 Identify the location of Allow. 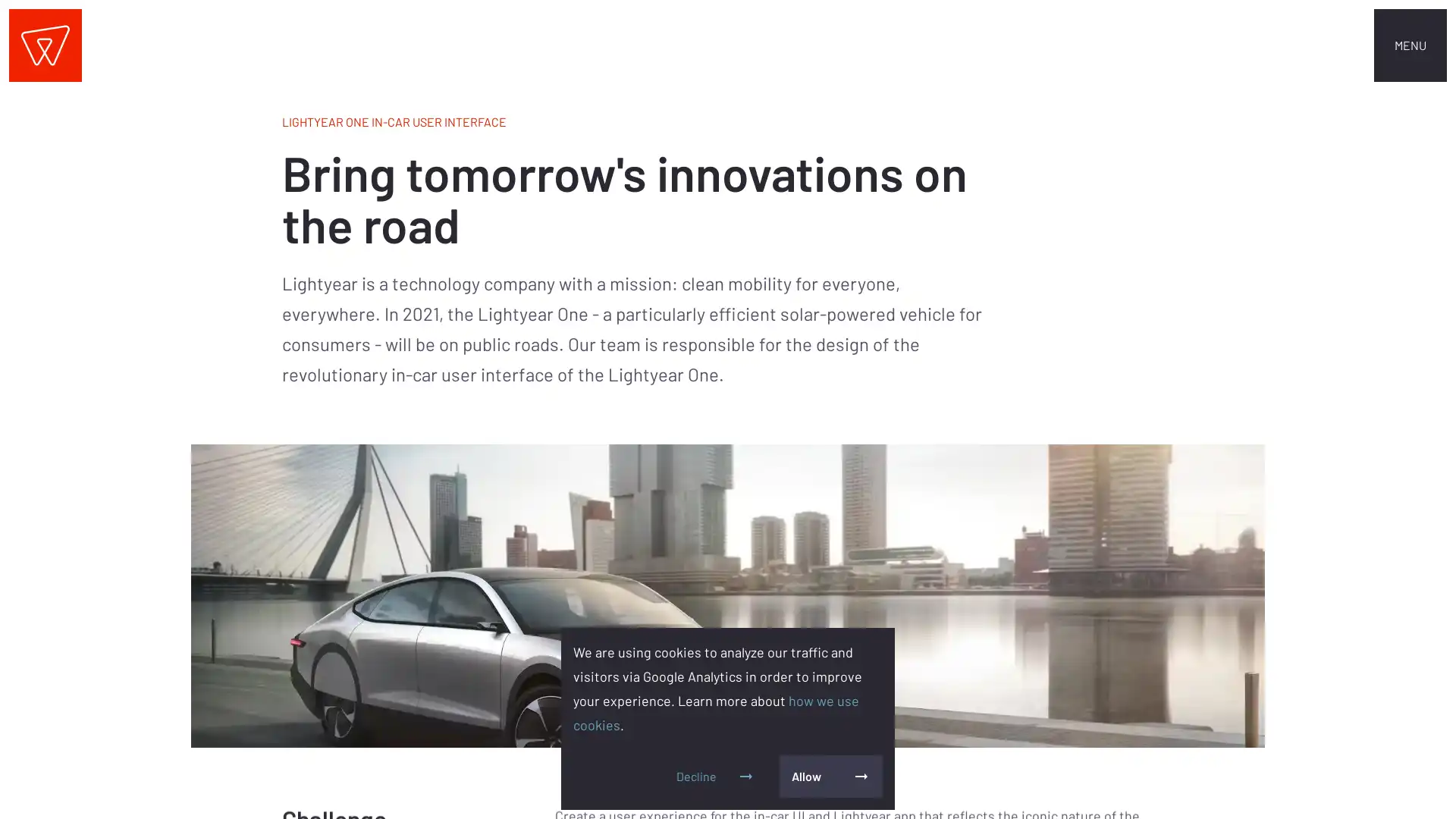
(830, 776).